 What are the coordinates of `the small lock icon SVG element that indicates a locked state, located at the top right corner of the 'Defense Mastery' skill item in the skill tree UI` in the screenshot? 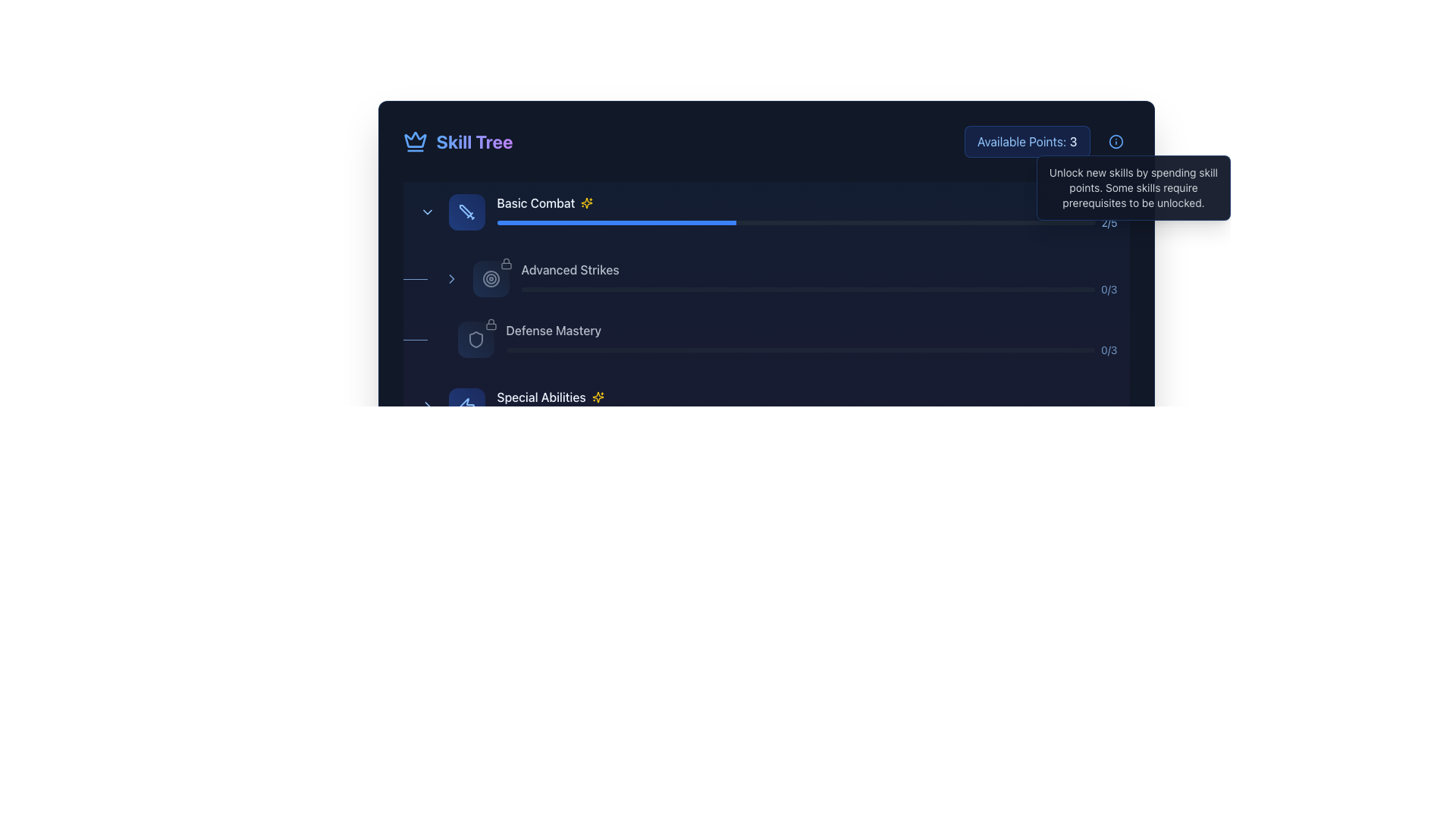 It's located at (491, 324).